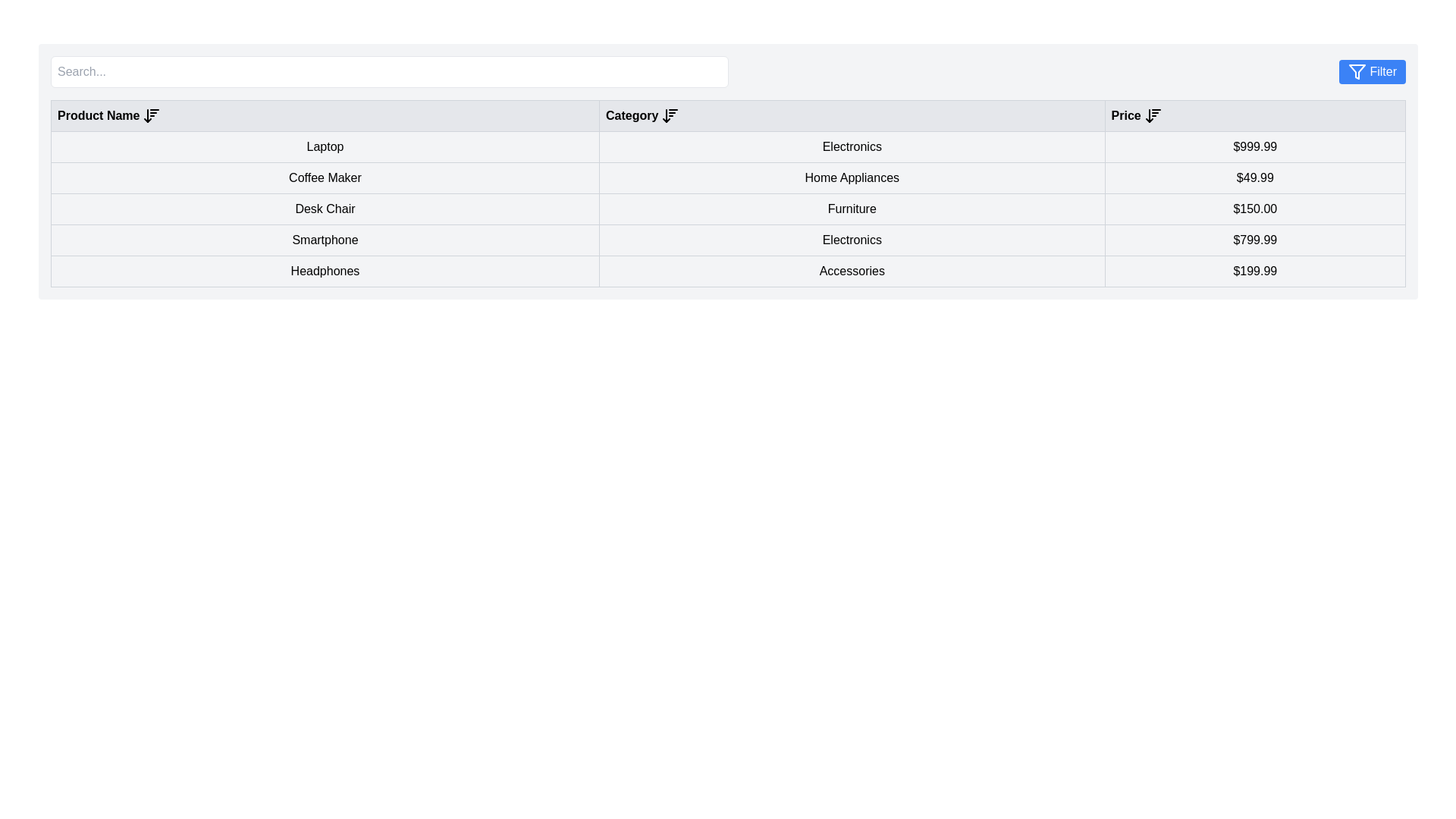 This screenshot has height=819, width=1456. What do you see at coordinates (324, 271) in the screenshot?
I see `the static text label displaying 'Headphones' which is located in the last row of the table under the 'Product Name' column` at bounding box center [324, 271].